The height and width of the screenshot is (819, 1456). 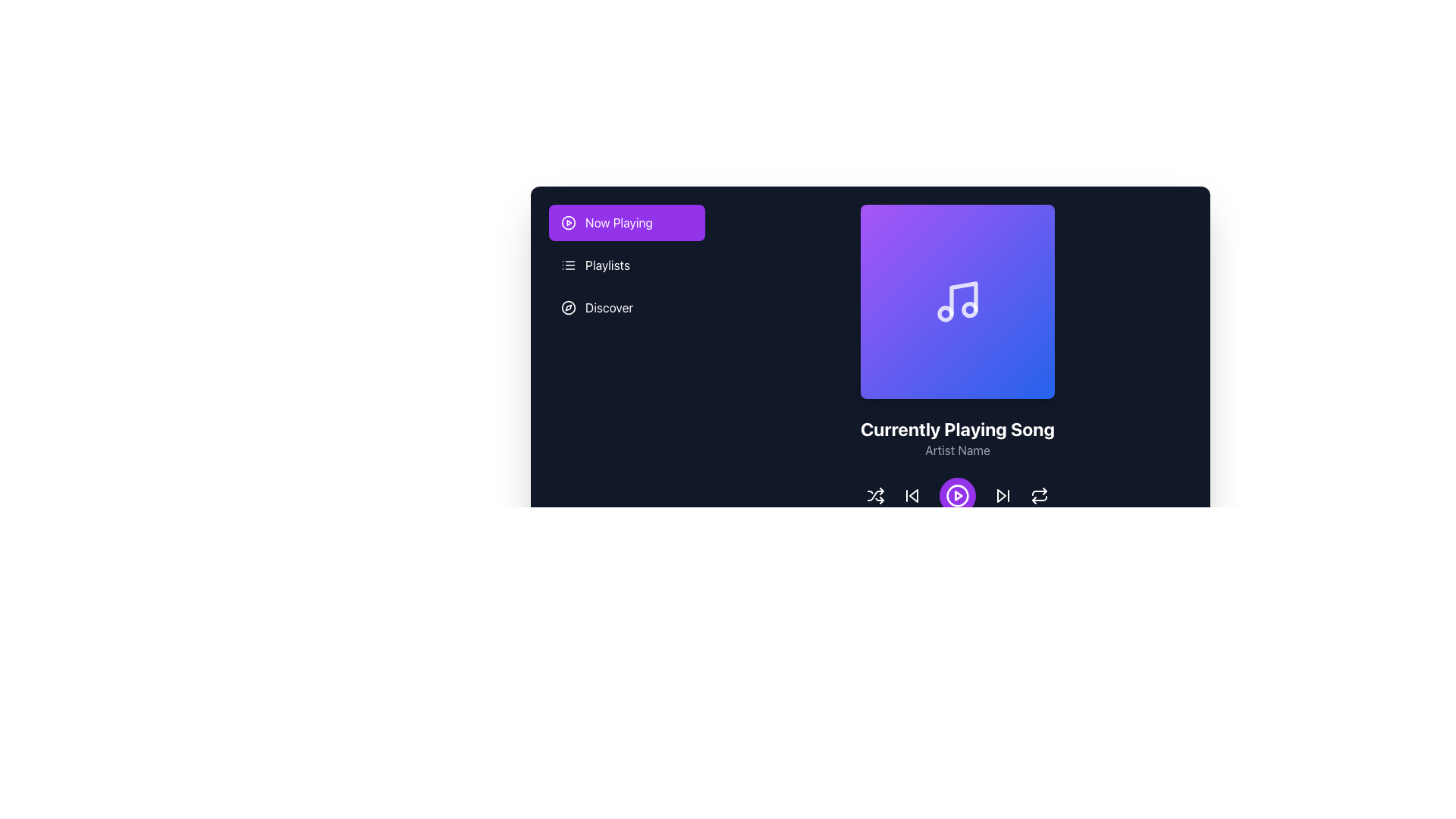 What do you see at coordinates (626, 265) in the screenshot?
I see `the 'Playlists' button in the vertical navigation menu` at bounding box center [626, 265].